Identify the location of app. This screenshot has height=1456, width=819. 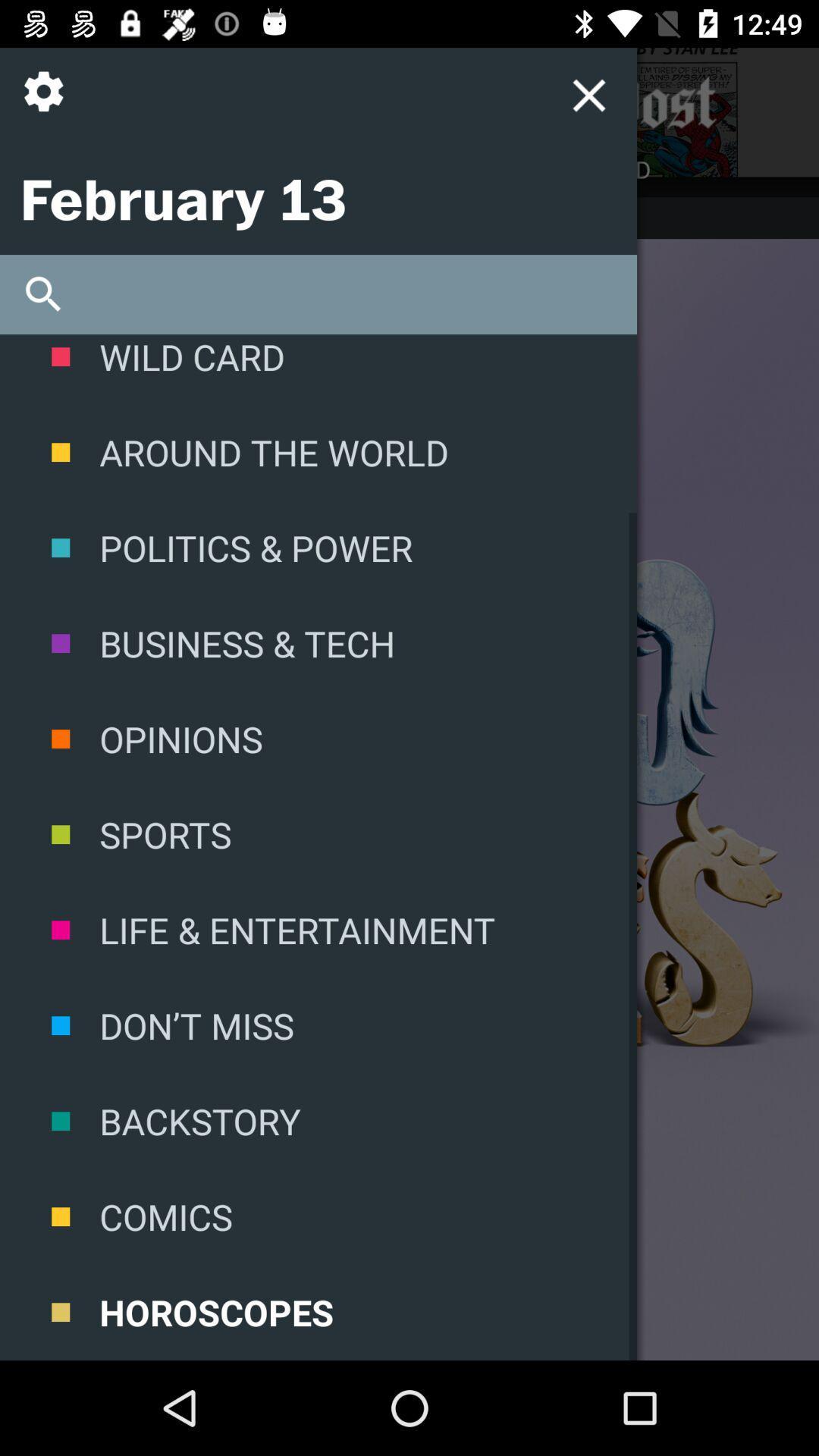
(443, 102).